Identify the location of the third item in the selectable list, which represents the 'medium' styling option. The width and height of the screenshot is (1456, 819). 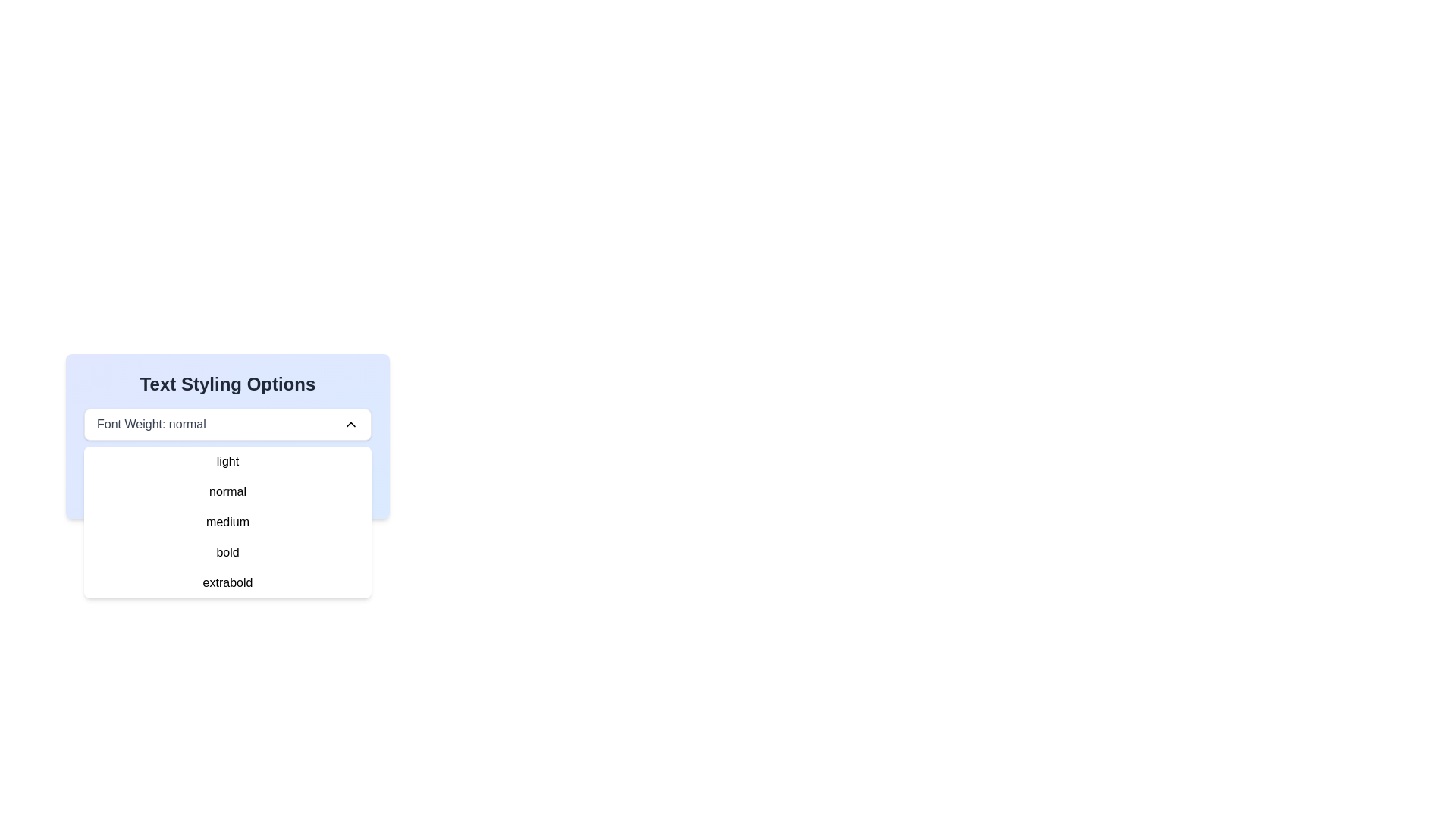
(227, 522).